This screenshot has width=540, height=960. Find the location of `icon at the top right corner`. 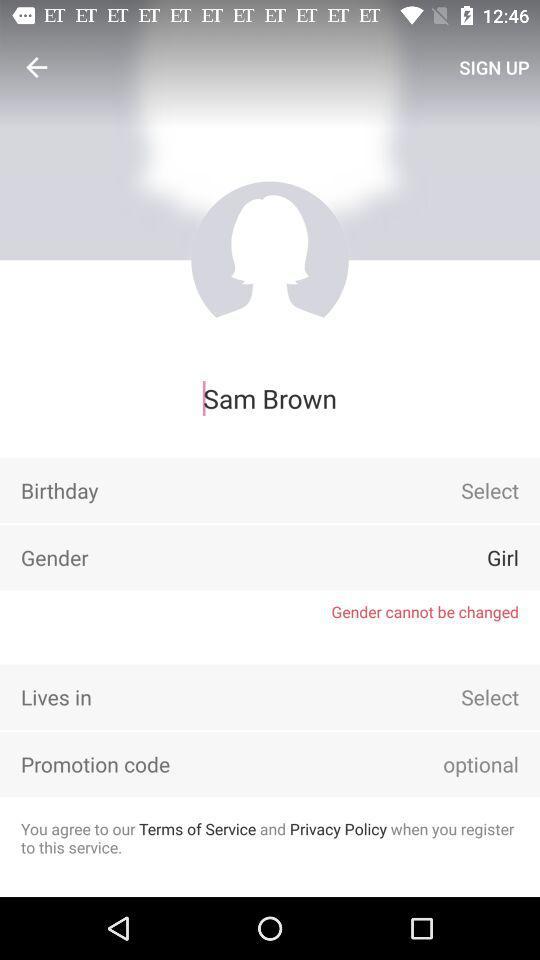

icon at the top right corner is located at coordinates (493, 67).